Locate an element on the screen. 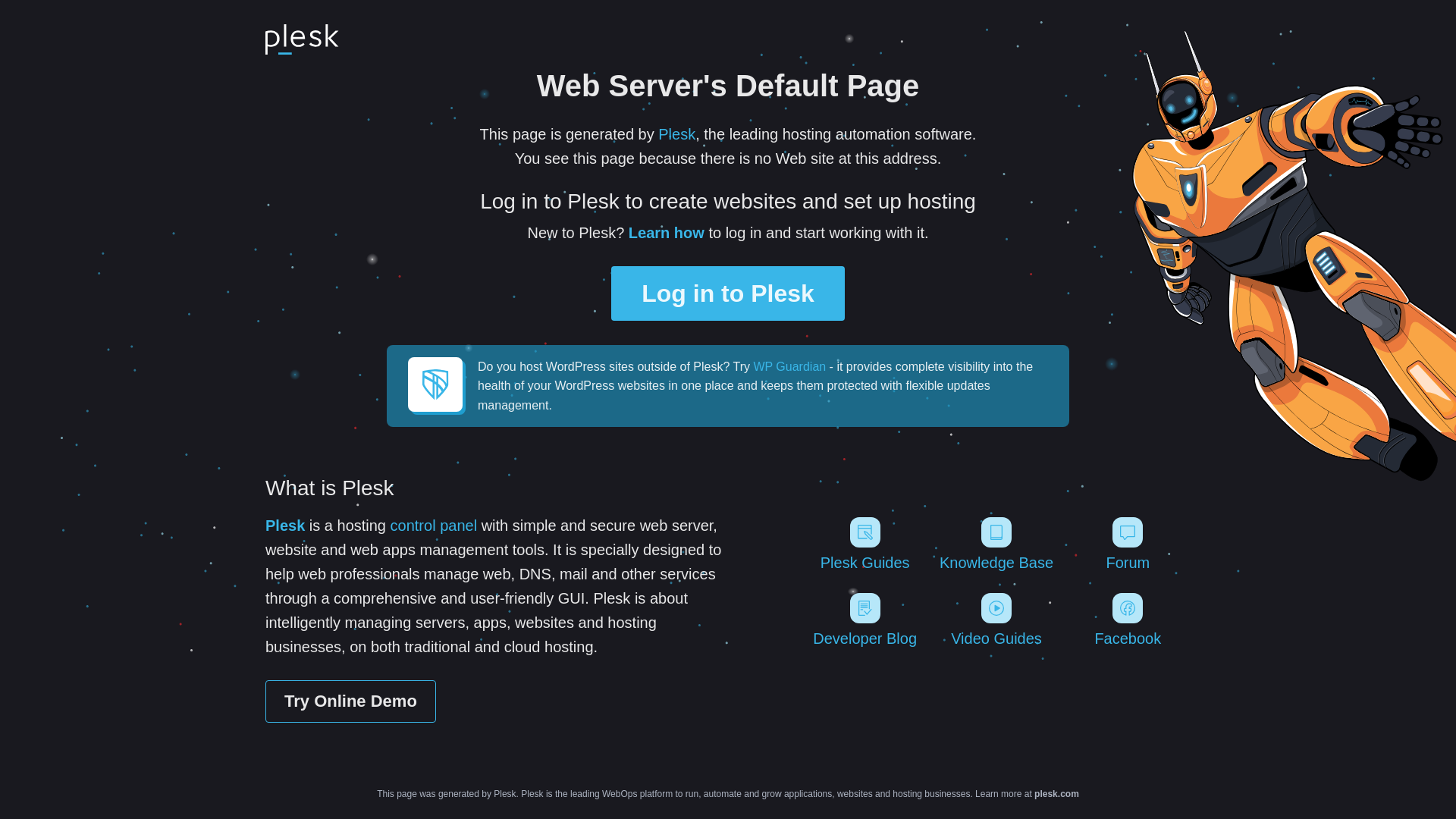 The width and height of the screenshot is (1456, 819). 'plesk.com' is located at coordinates (1033, 792).